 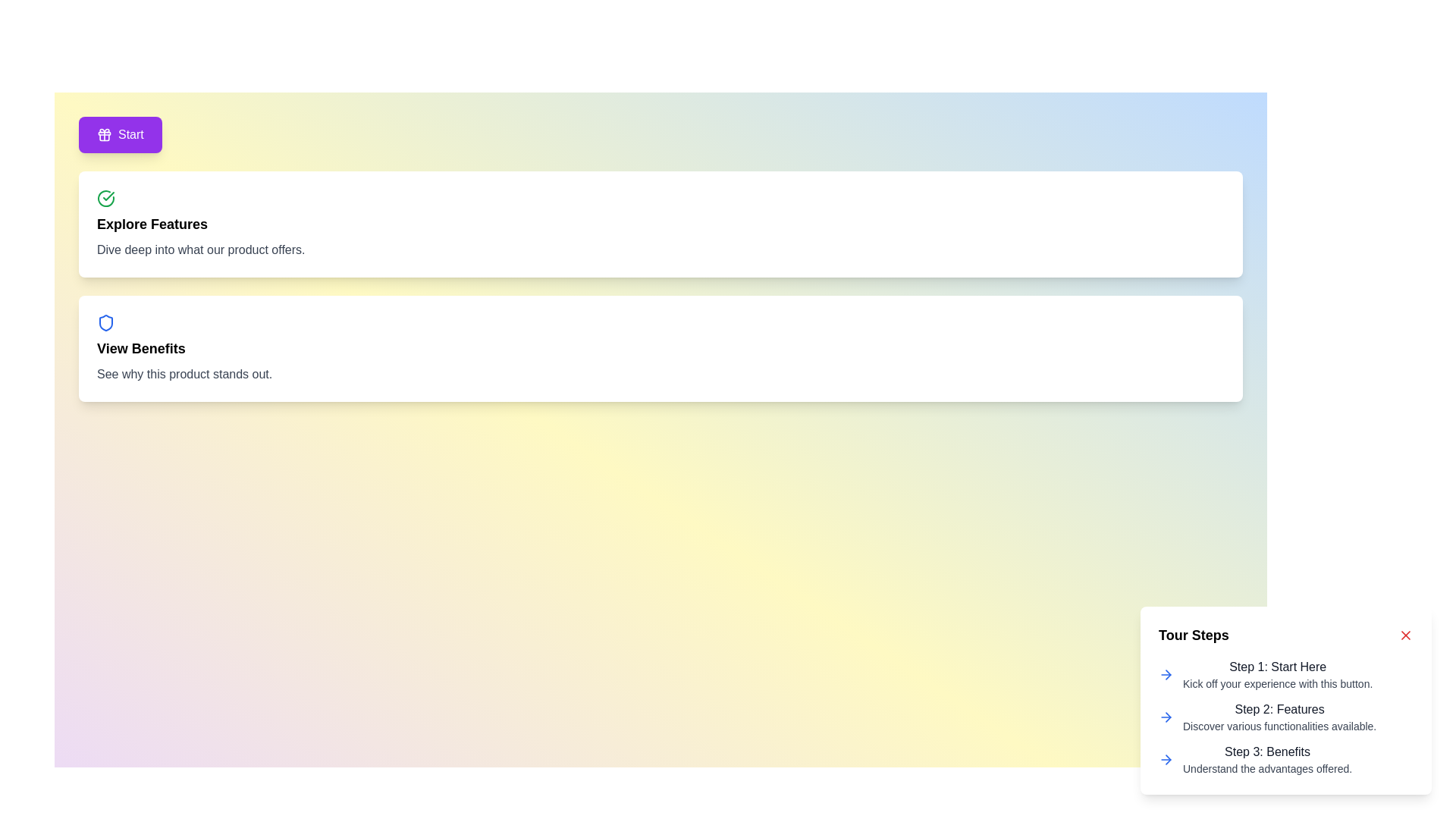 I want to click on the green checkmark icon located at the top-left corner of the 'Explore Features' section, so click(x=105, y=198).